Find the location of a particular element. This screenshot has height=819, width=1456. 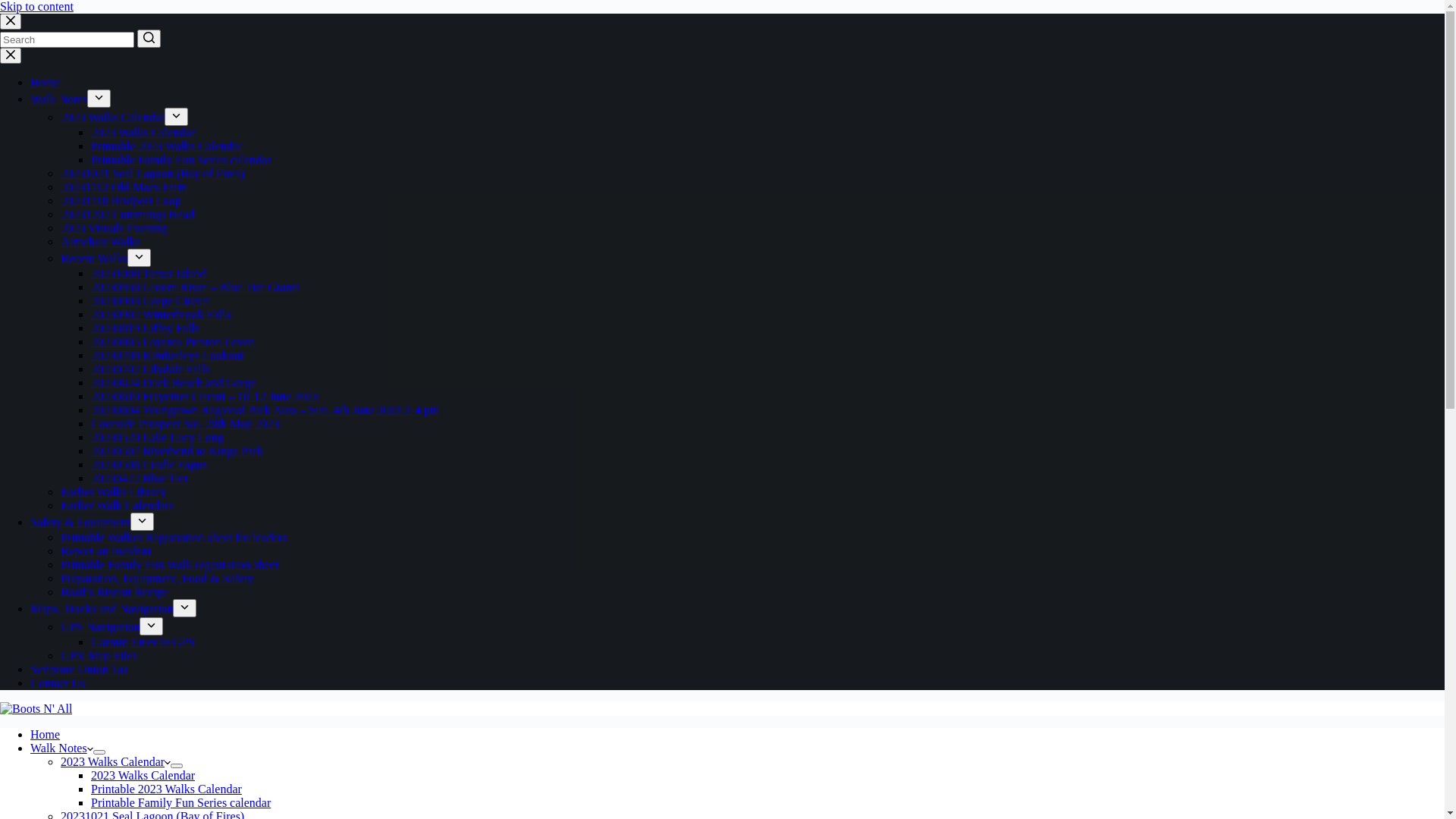

'Caveside Prospect Sat. 20th May 2023' is located at coordinates (184, 423).